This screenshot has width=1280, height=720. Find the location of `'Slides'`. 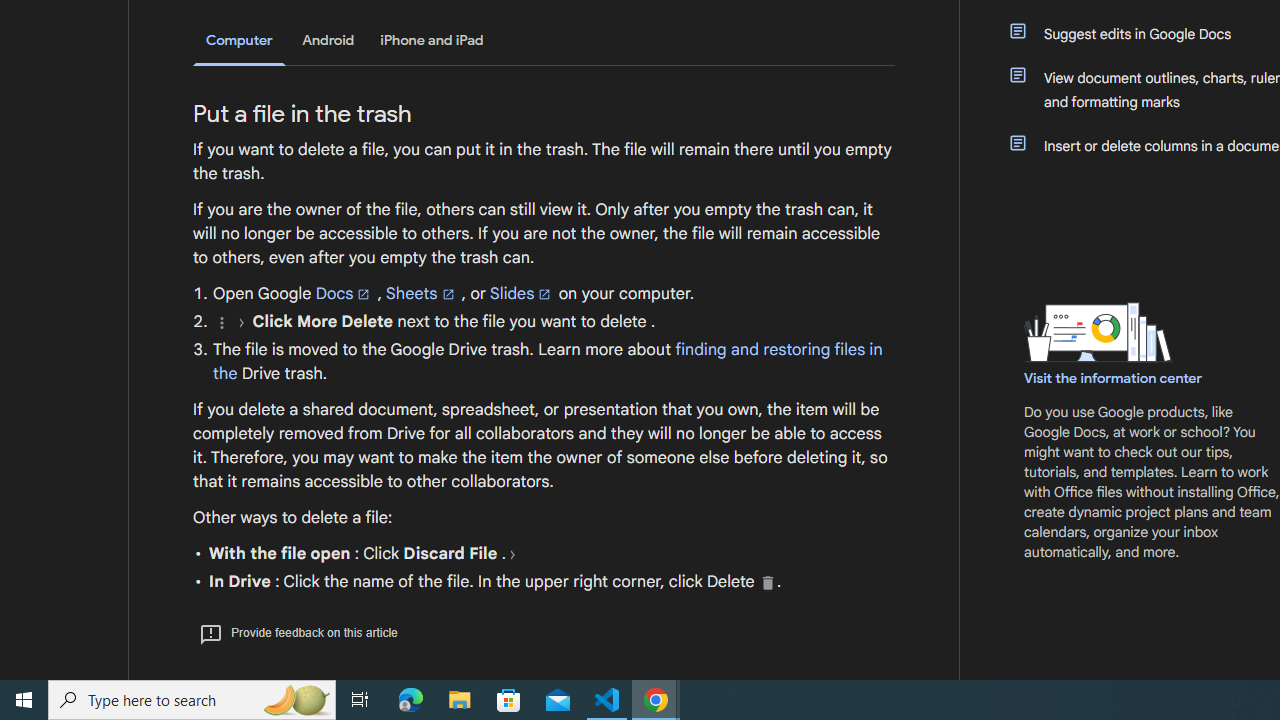

'Slides' is located at coordinates (522, 293).